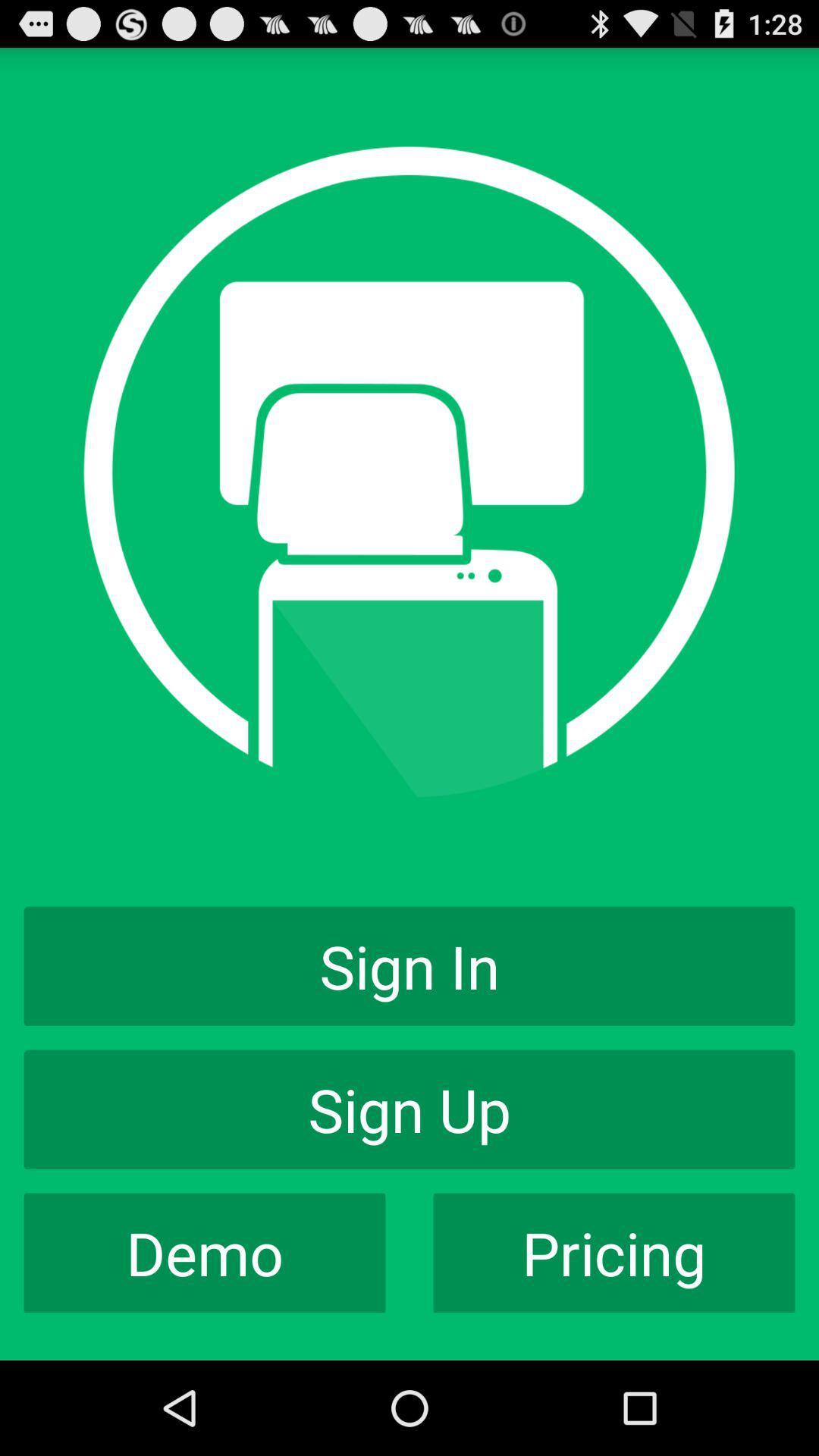 The height and width of the screenshot is (1456, 819). What do you see at coordinates (205, 1253) in the screenshot?
I see `the item next to pricing app` at bounding box center [205, 1253].